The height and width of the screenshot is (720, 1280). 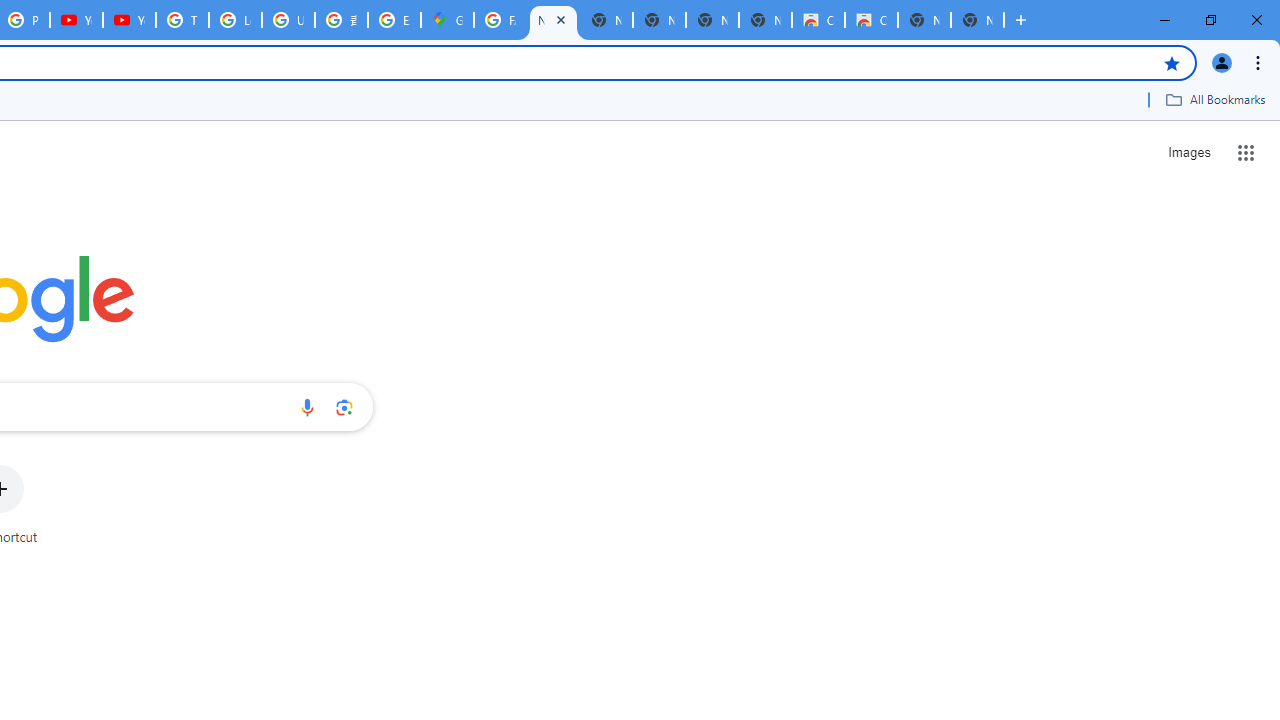 I want to click on 'Tips & tricks for Chrome - Google Chrome Help', so click(x=182, y=20).